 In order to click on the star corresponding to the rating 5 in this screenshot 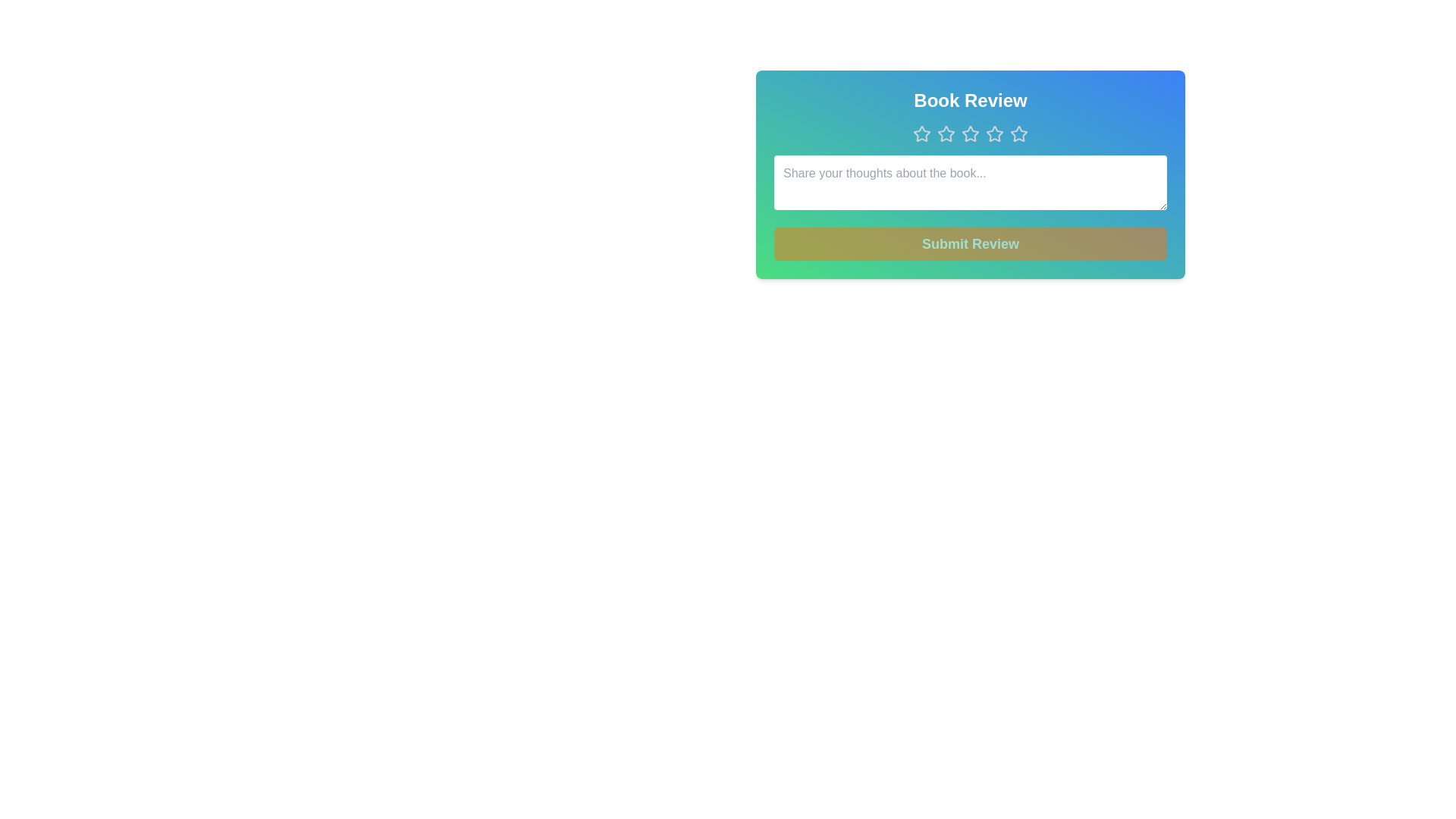, I will do `click(1019, 133)`.